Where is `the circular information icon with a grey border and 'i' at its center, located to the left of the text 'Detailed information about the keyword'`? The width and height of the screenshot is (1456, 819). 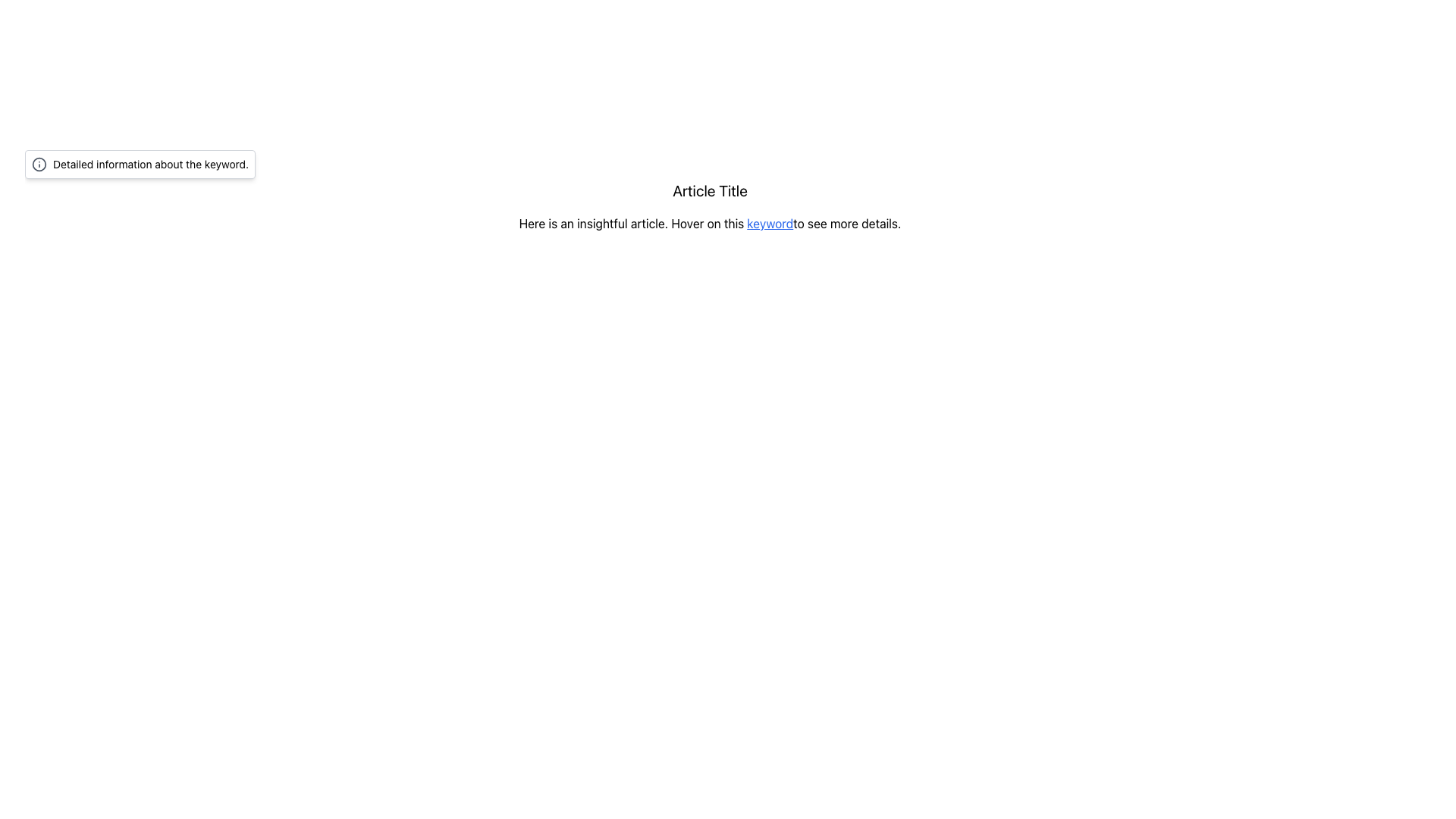 the circular information icon with a grey border and 'i' at its center, located to the left of the text 'Detailed information about the keyword' is located at coordinates (39, 164).